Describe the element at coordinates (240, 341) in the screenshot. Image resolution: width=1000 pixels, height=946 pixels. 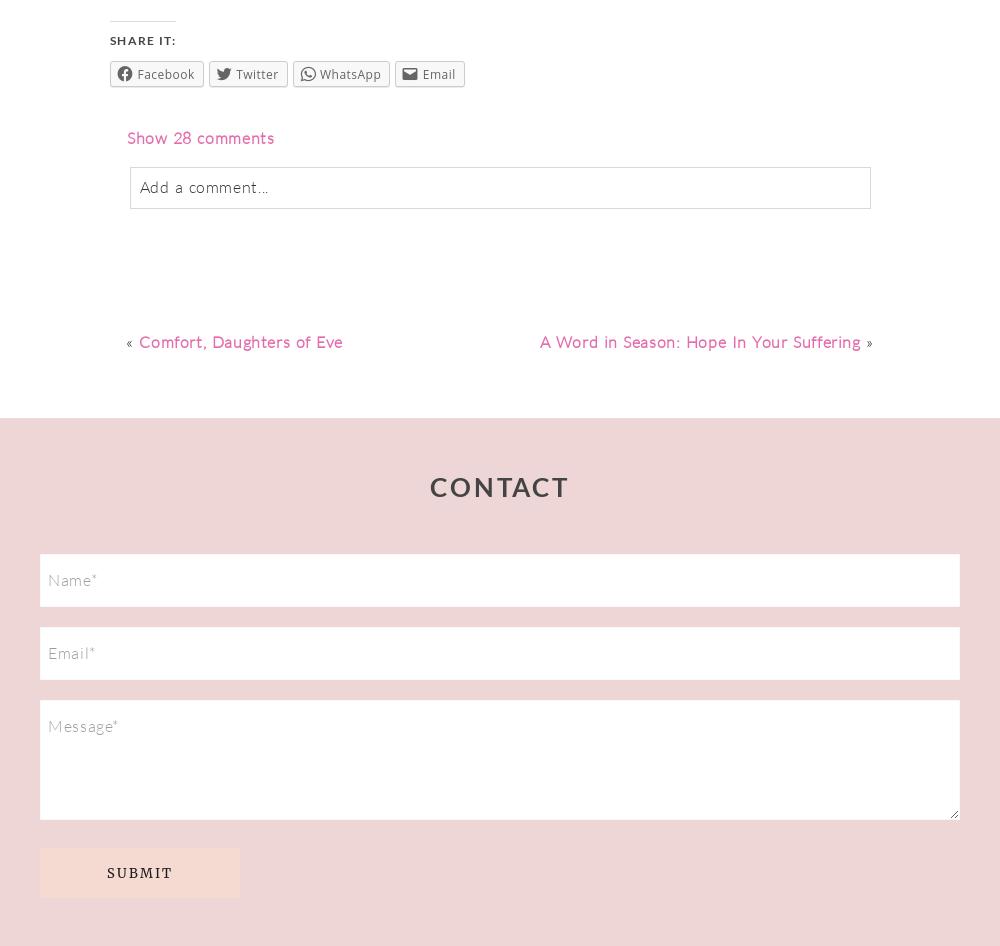
I see `'Comfort, Daughters of Eve'` at that location.